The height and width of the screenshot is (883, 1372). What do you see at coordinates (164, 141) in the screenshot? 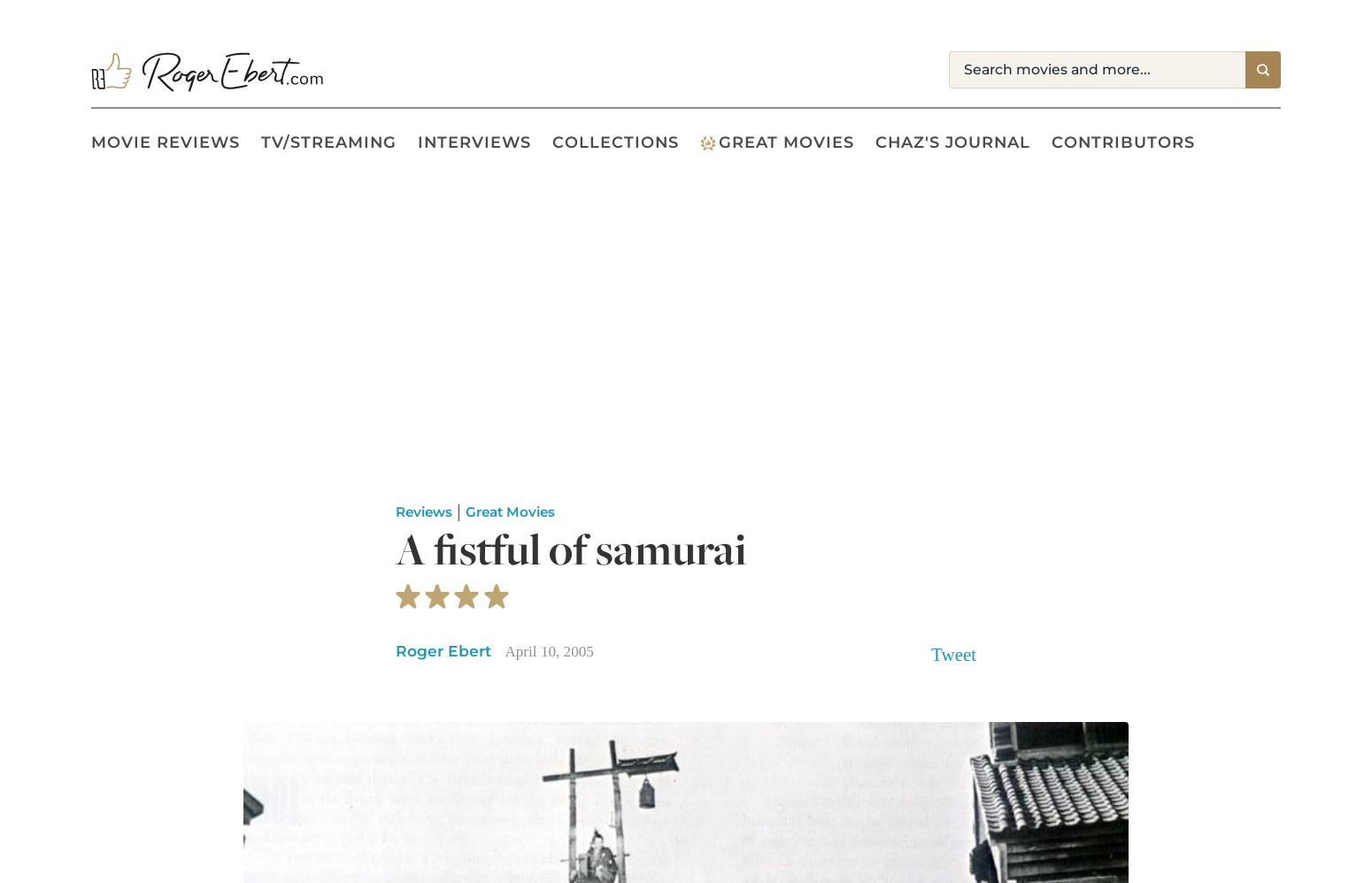
I see `'Movie Reviews'` at bounding box center [164, 141].